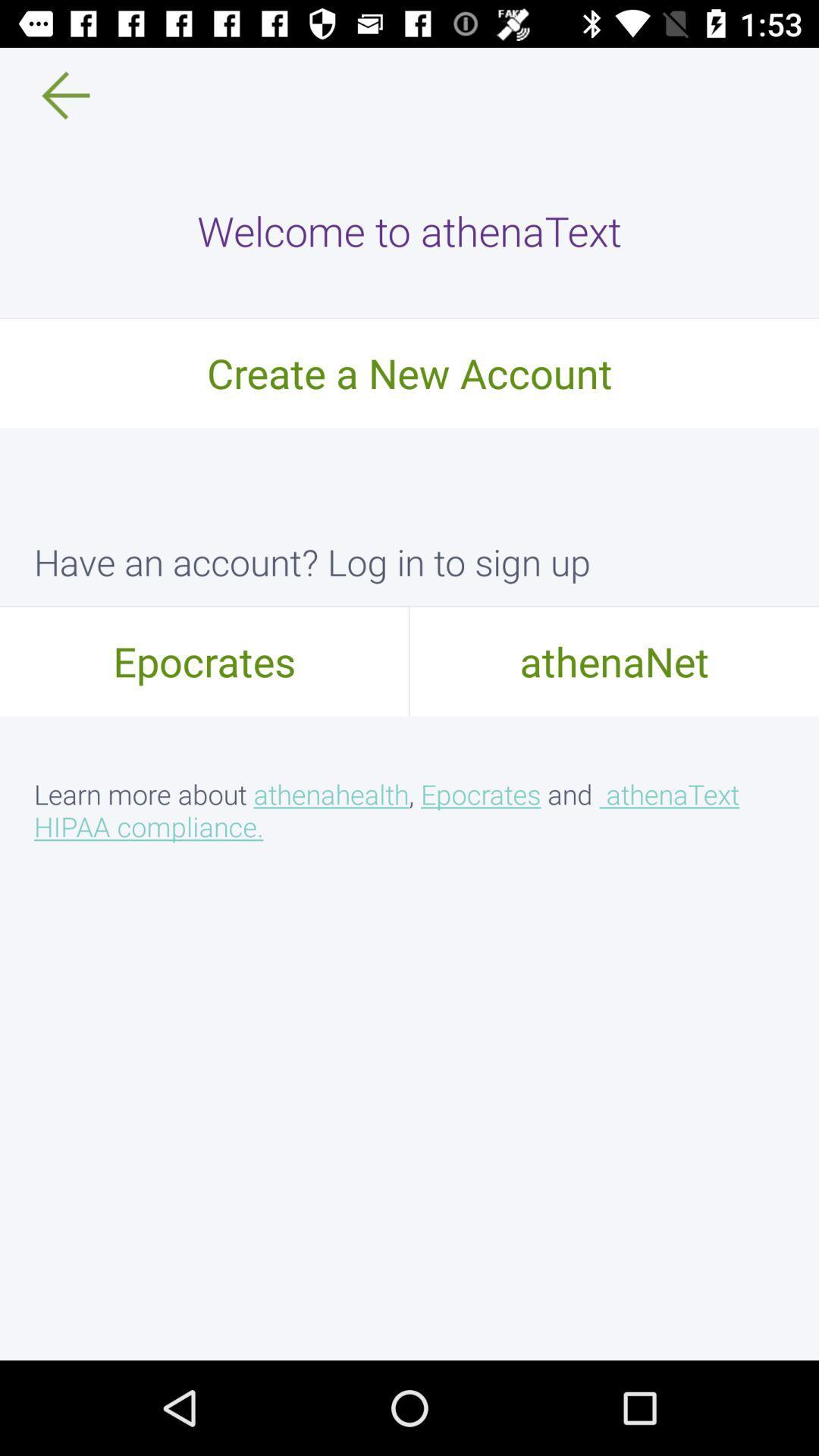 The width and height of the screenshot is (819, 1456). Describe the element at coordinates (409, 372) in the screenshot. I see `create a new icon` at that location.